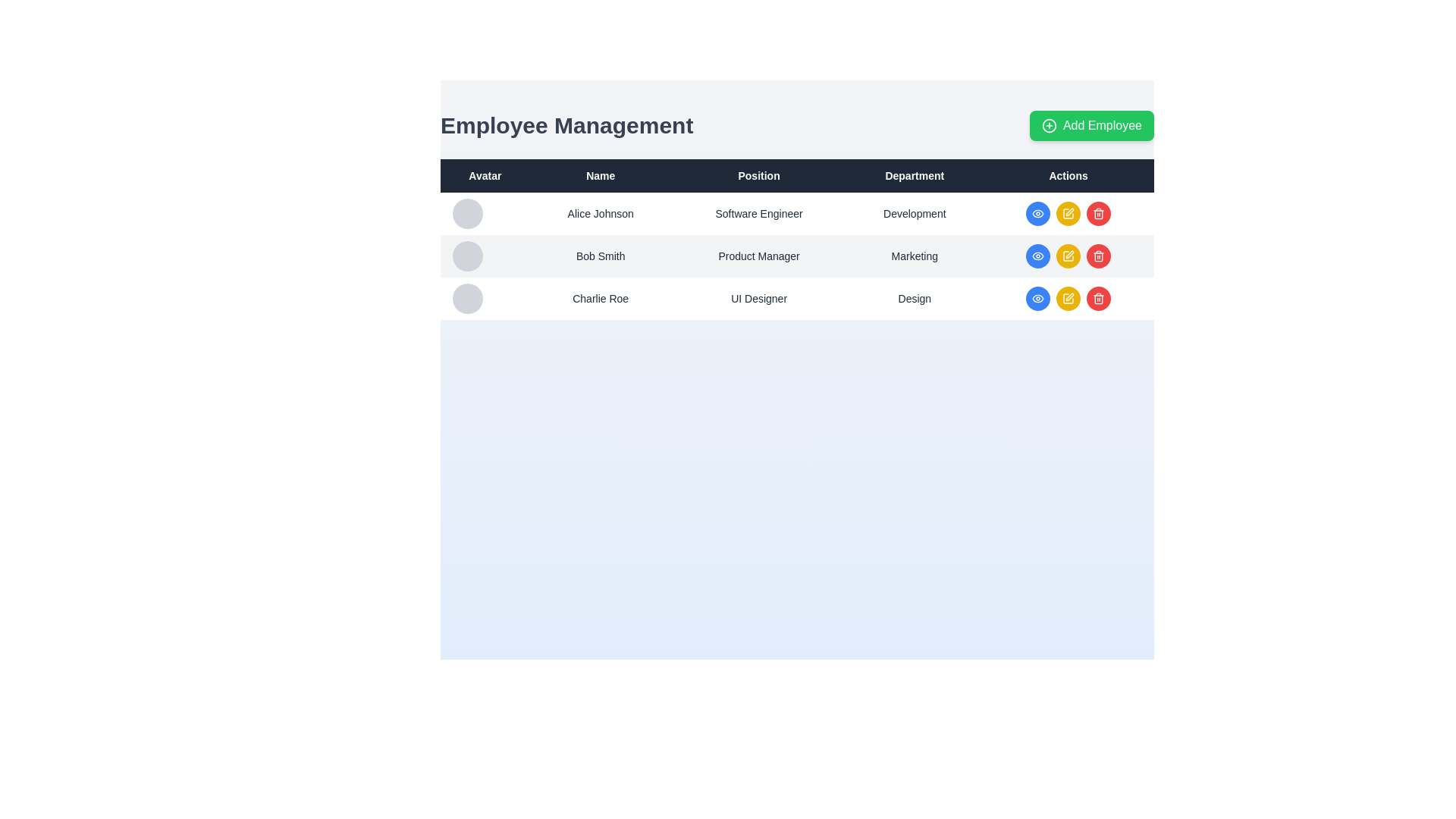  Describe the element at coordinates (1068, 298) in the screenshot. I see `the circular yellow button with a white pencil icon located under the 'Actions' column for 'Charlie Roe' in the 'Employee Management' section to initiate the edit functionality` at that location.